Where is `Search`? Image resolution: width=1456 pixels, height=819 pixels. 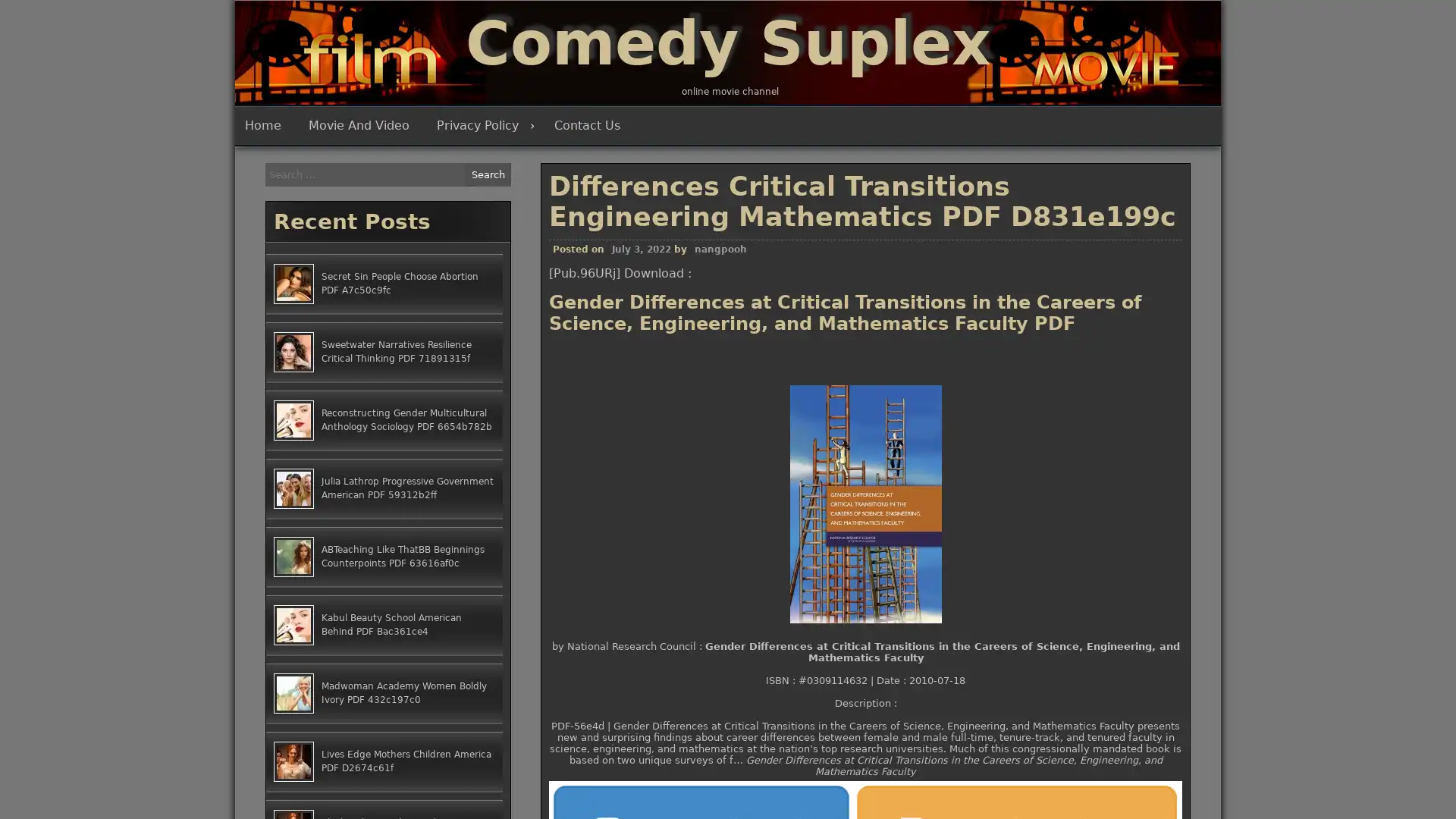 Search is located at coordinates (488, 174).